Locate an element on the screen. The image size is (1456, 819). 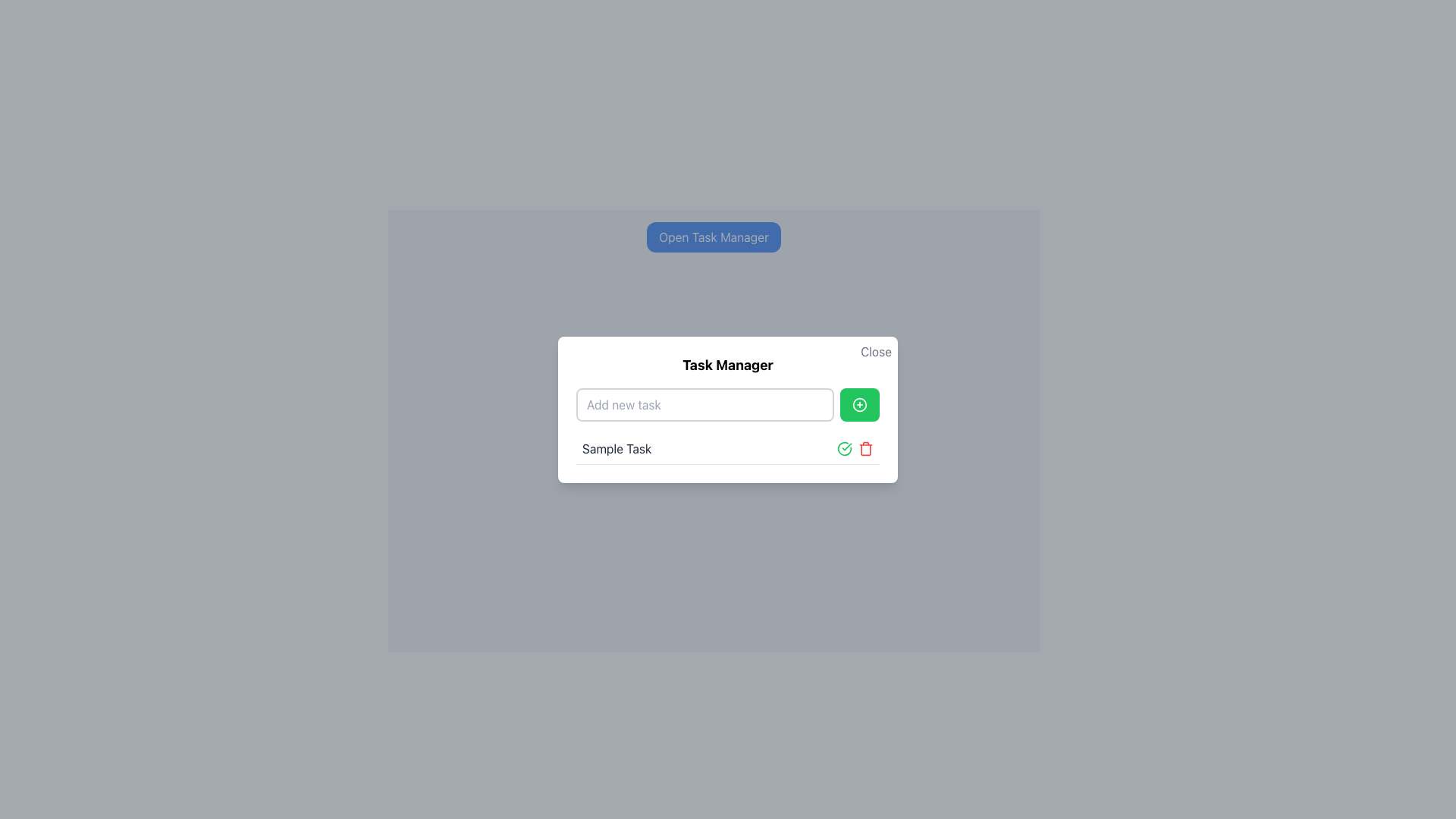
the confirmation button located to the right of the task input field in the task manager interface to confirm the action of adding a new task is located at coordinates (843, 447).